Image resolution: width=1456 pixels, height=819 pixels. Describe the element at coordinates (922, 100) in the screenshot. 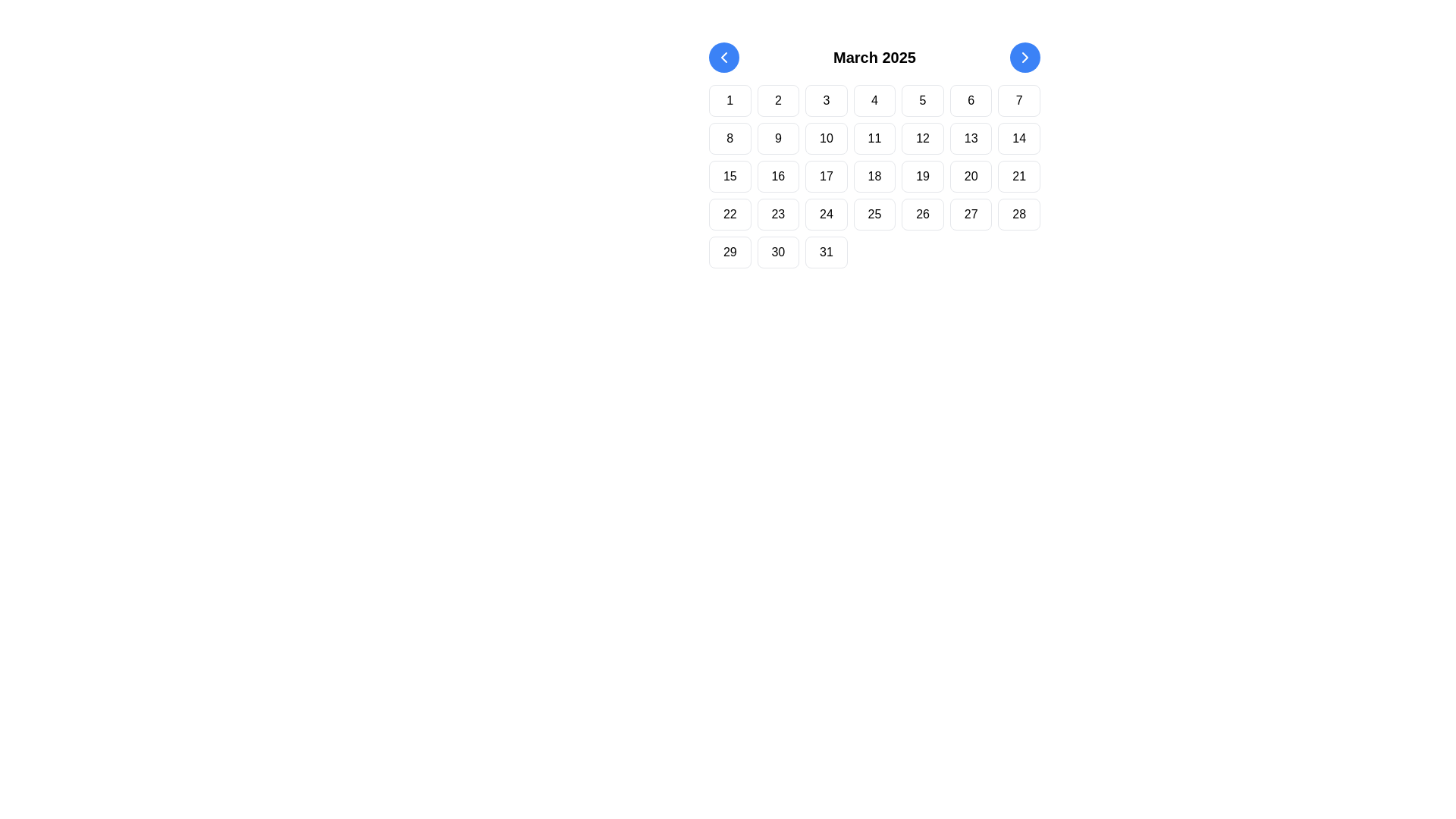

I see `the date selection button for March 5th, 2025, located in the first row of a 7-column grid, positioned between the buttons labeled '4' and '6'` at that location.